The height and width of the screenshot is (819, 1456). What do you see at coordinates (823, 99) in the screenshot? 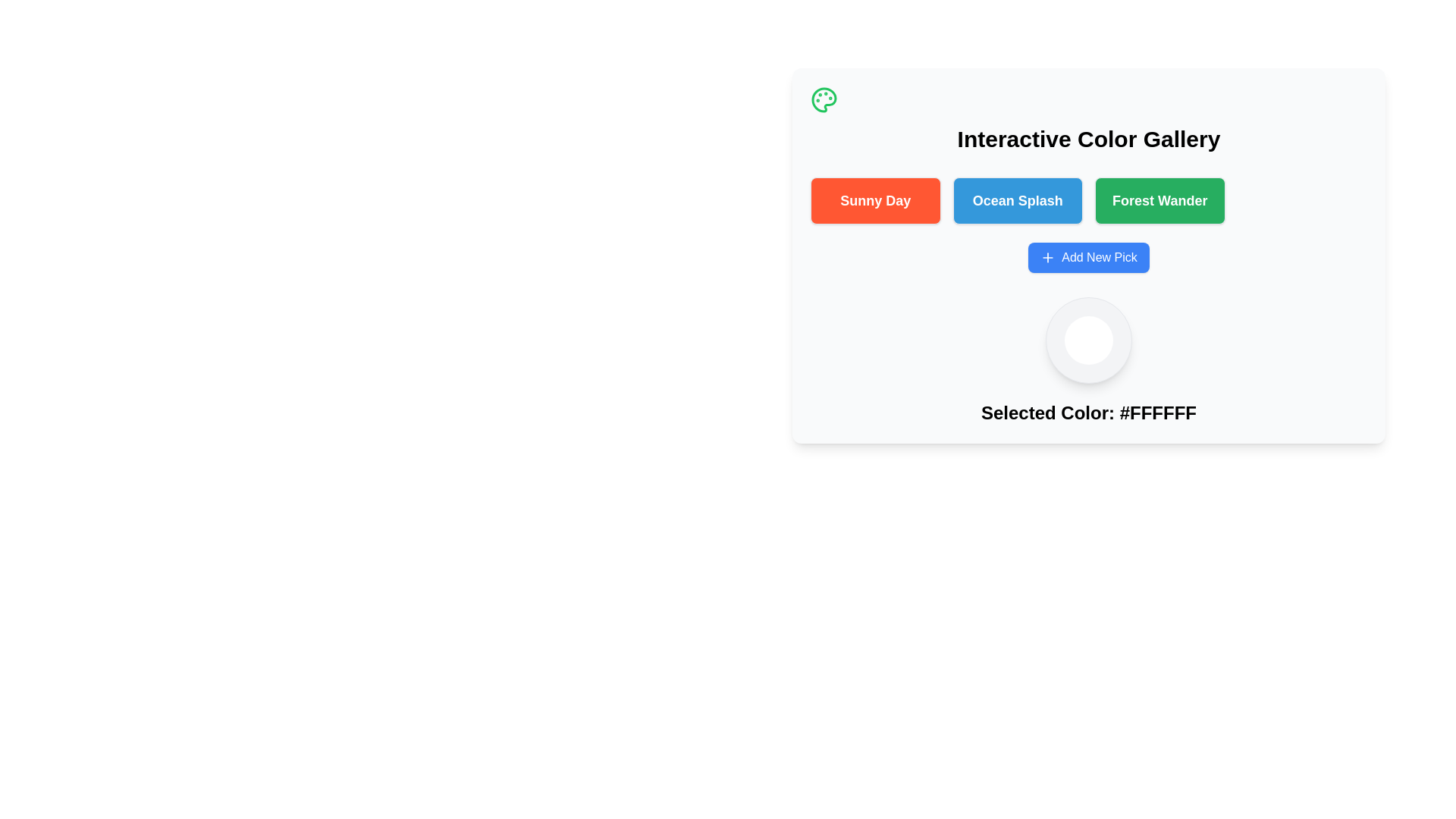
I see `the painter's palette icon with a green stroke and circular paint dots, located at the top-left corner of the 'Interactive Color Gallery' section` at bounding box center [823, 99].